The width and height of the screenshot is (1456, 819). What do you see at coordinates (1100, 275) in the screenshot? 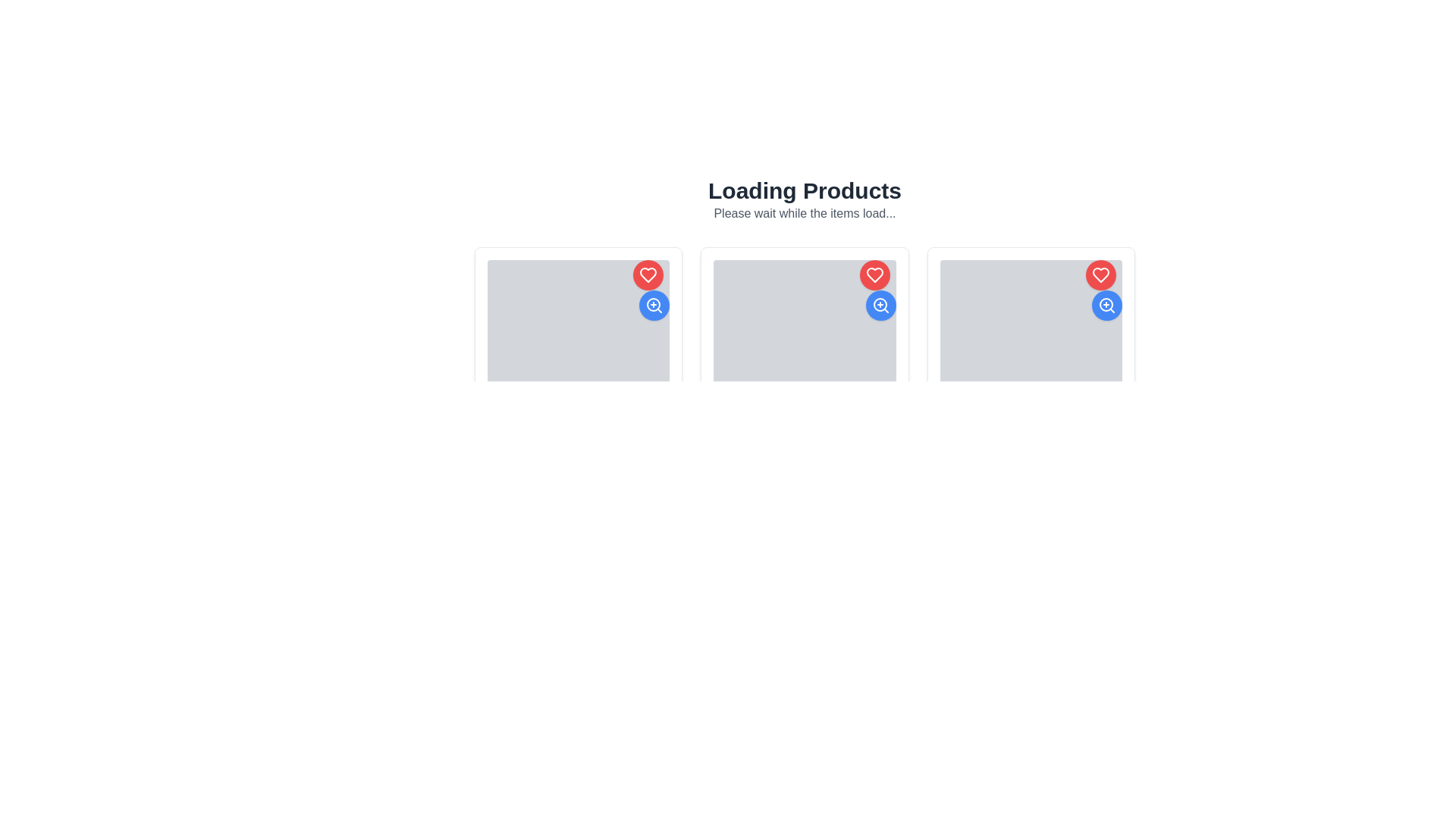
I see `the heart-shaped icon button located at the top-right corner of the leftmost product card` at bounding box center [1100, 275].